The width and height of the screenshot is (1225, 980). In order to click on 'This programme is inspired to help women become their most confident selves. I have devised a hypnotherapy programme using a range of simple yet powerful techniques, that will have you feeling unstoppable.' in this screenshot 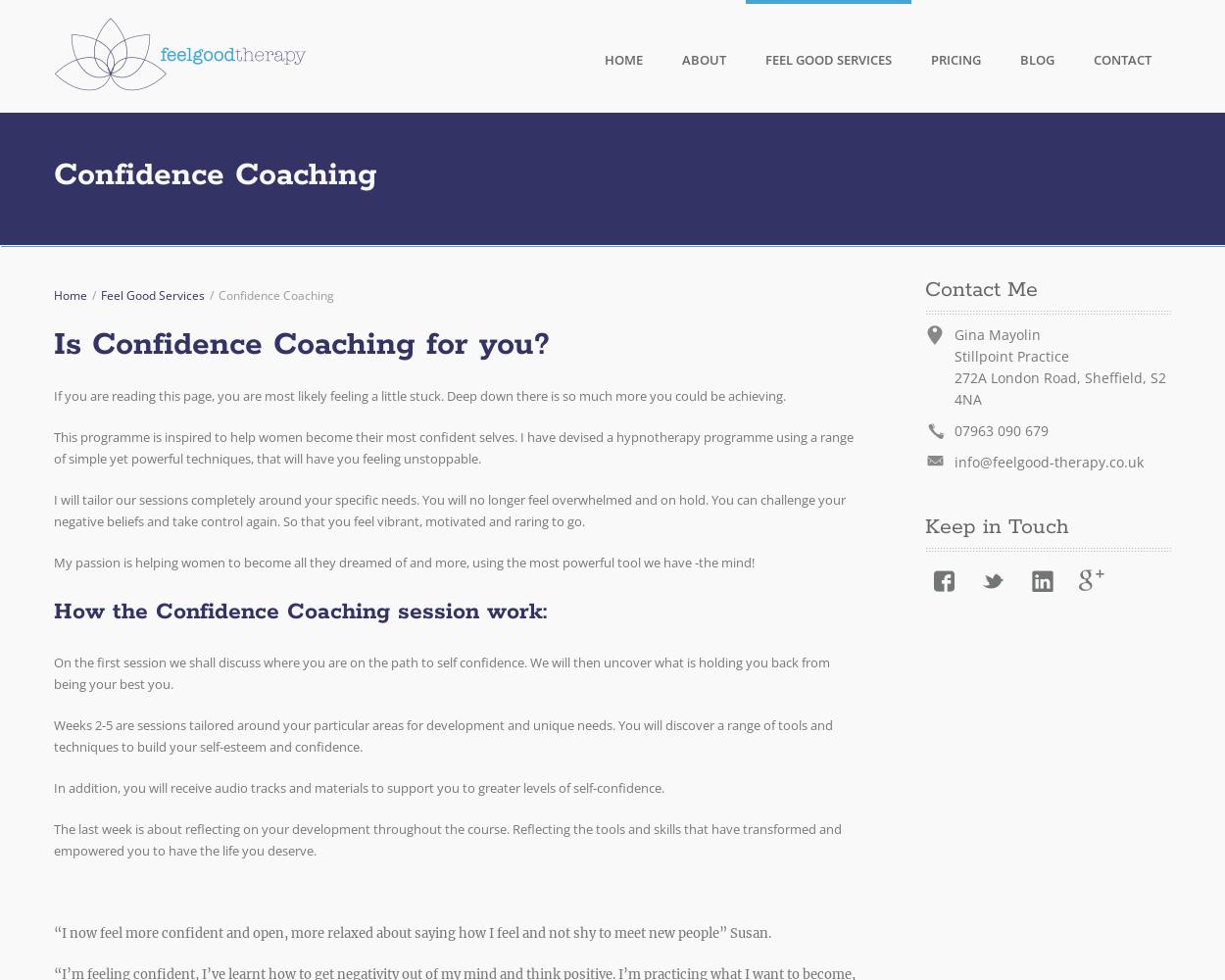, I will do `click(54, 447)`.